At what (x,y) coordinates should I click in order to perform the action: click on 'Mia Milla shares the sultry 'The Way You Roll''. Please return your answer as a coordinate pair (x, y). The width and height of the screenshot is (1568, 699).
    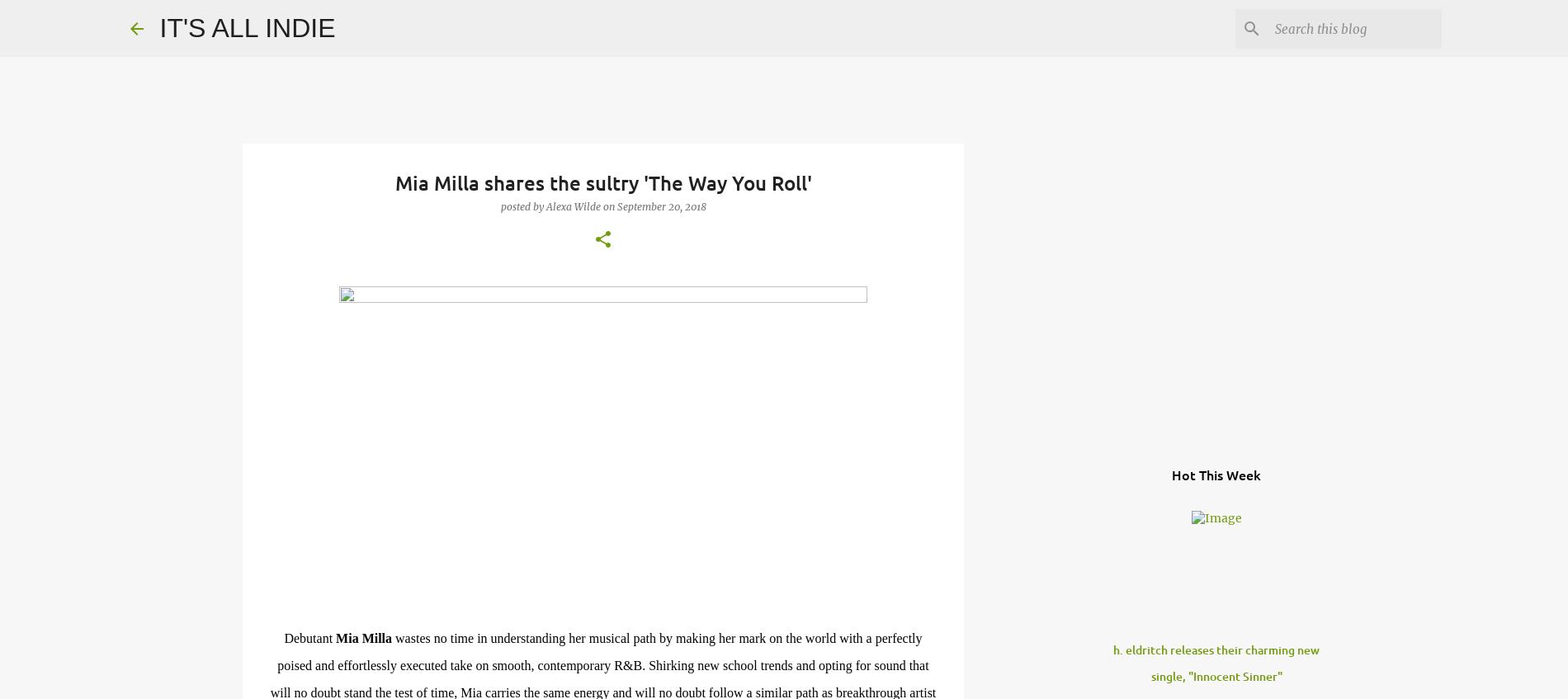
    Looking at the image, I should click on (602, 182).